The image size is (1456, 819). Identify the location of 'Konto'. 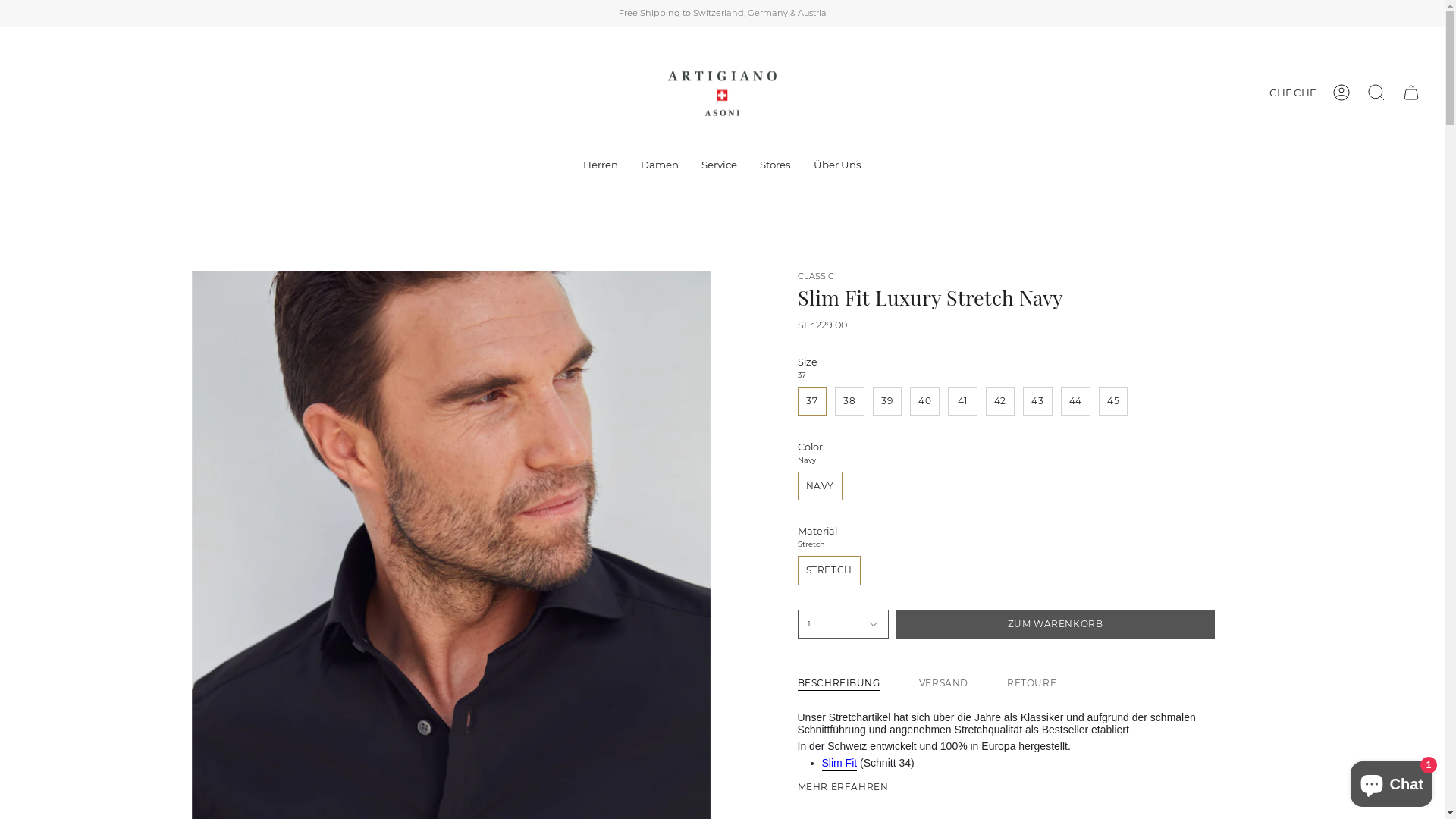
(1341, 93).